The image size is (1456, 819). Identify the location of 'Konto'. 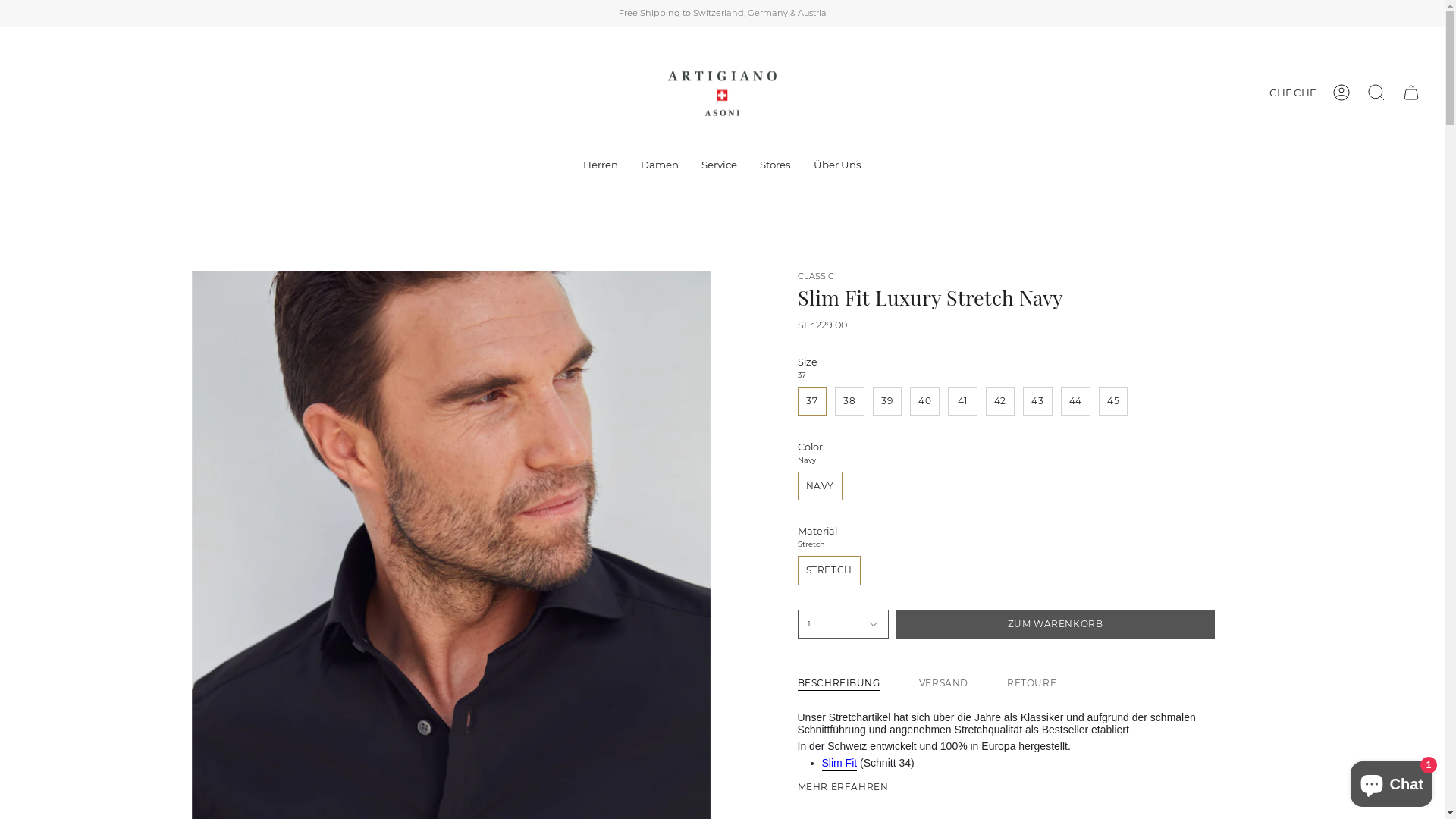
(1341, 93).